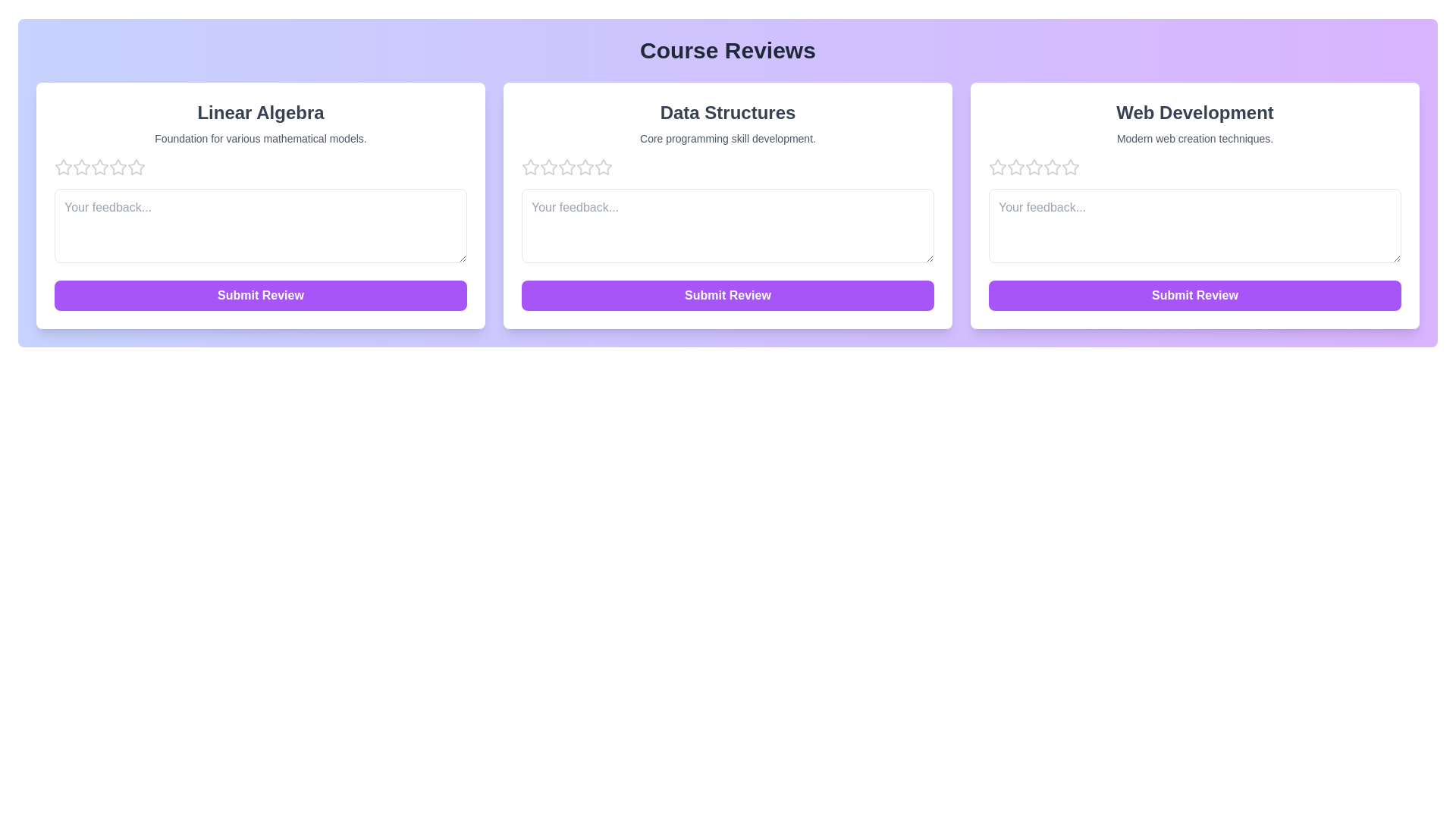 The image size is (1456, 819). I want to click on the course card for Linear Algebra, so click(261, 206).